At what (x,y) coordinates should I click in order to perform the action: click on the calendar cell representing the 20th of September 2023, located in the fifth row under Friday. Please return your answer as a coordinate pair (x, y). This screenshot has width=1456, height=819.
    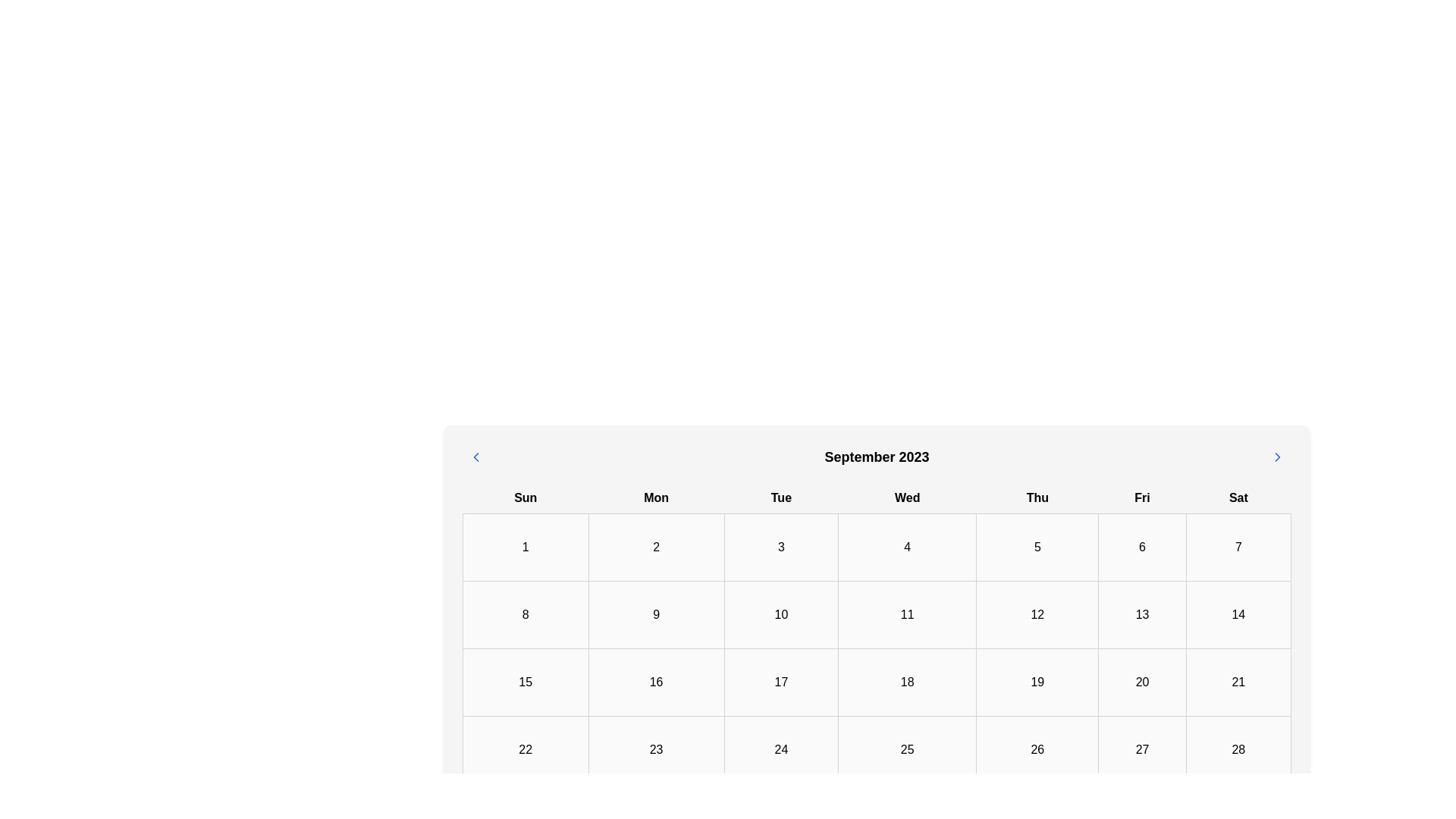
    Looking at the image, I should click on (1142, 681).